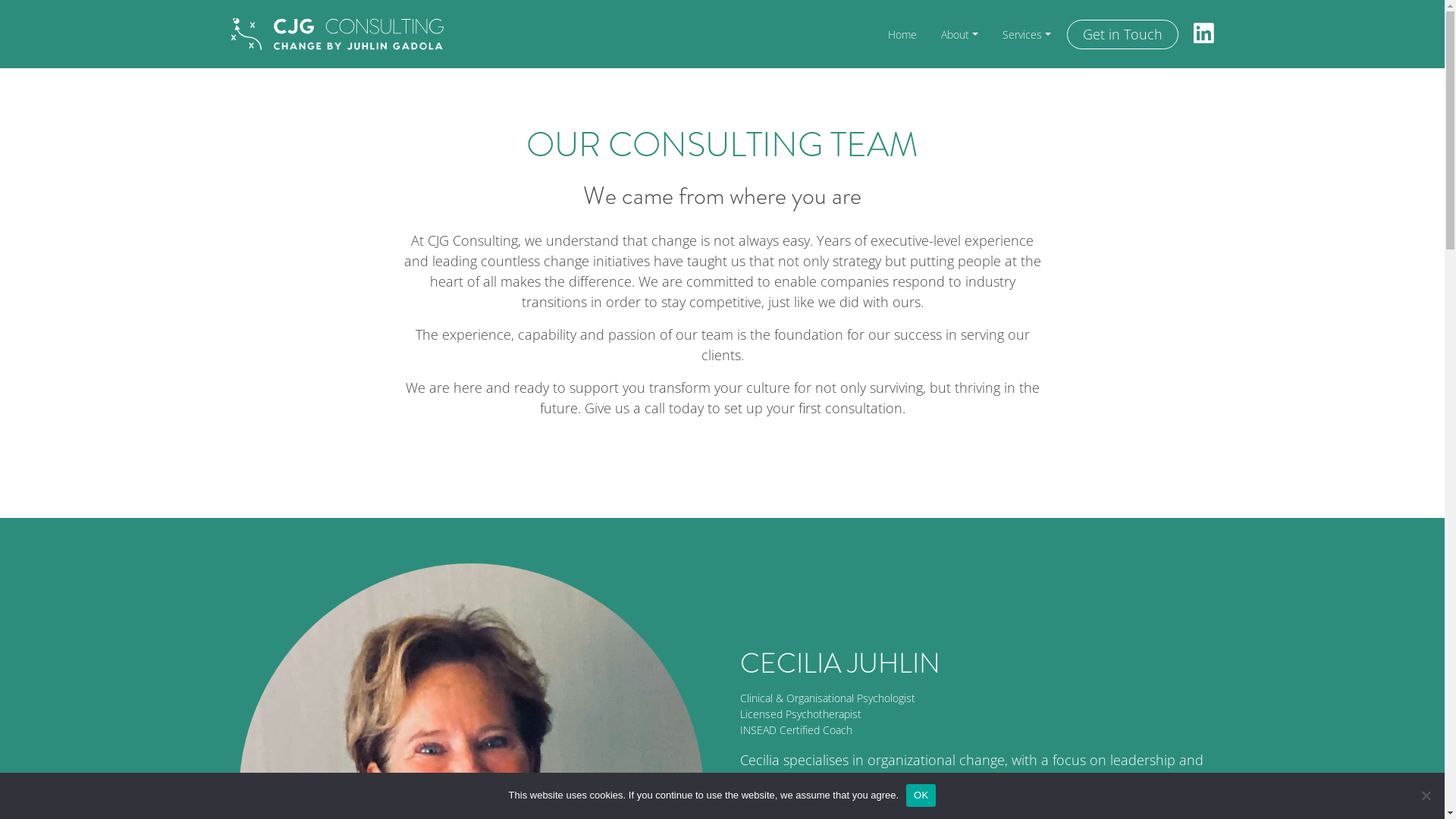 Image resolution: width=1456 pixels, height=819 pixels. I want to click on 'Nein', so click(1425, 795).